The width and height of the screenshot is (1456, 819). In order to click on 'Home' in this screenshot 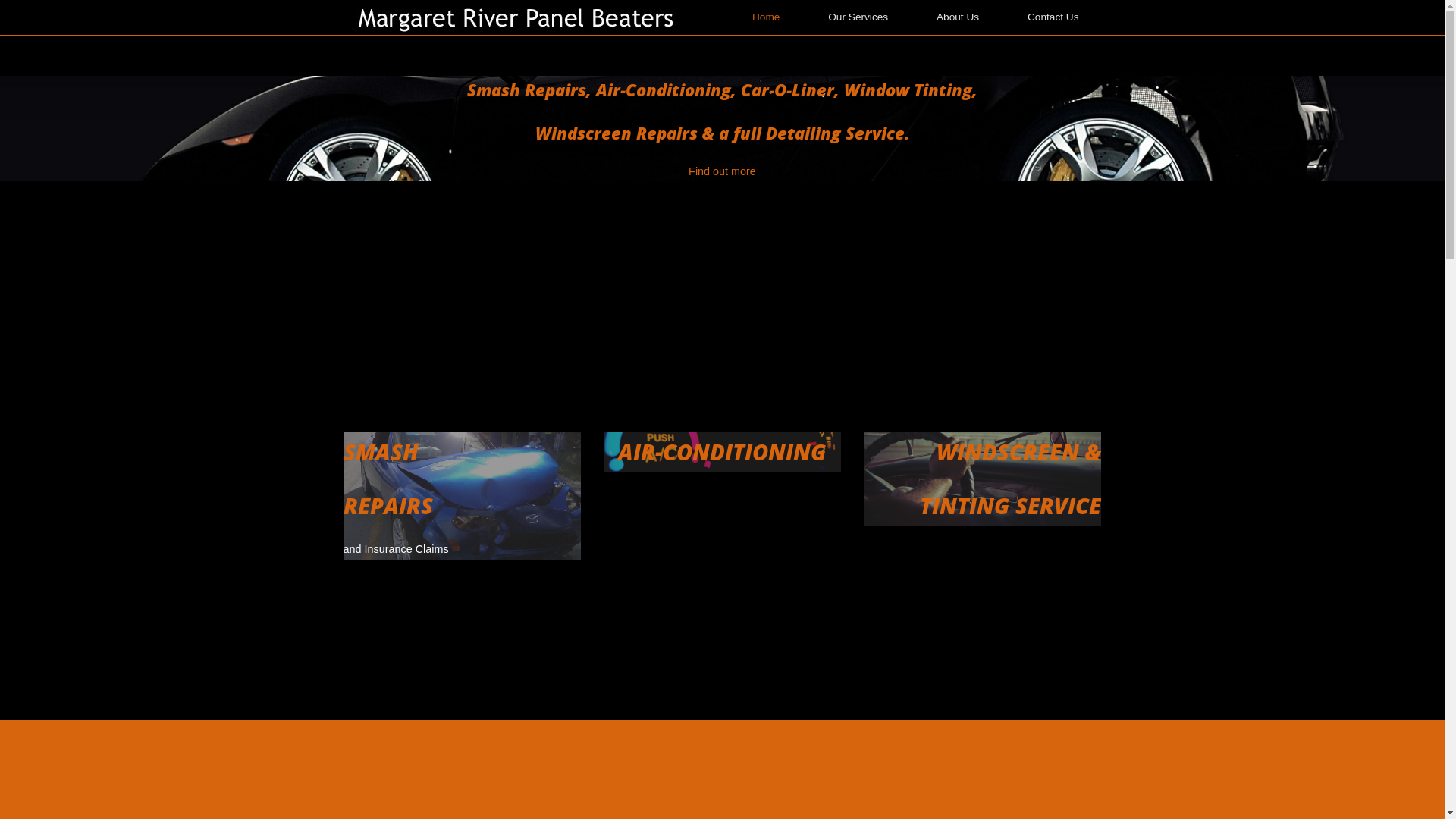, I will do `click(520, 17)`.